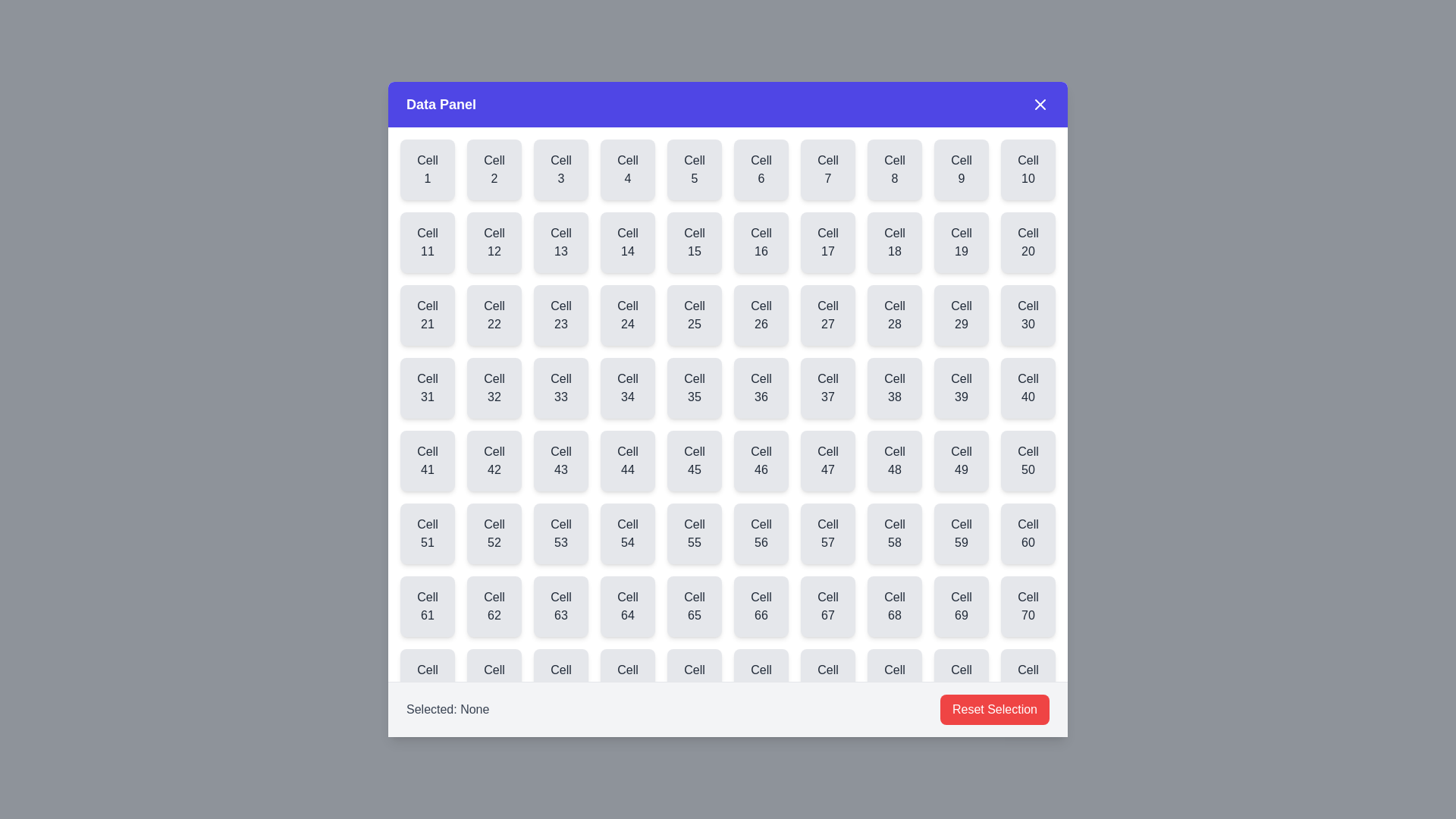 This screenshot has width=1456, height=819. Describe the element at coordinates (993, 710) in the screenshot. I see `the 'Reset Selection' button to deselect the currently selected cell` at that location.